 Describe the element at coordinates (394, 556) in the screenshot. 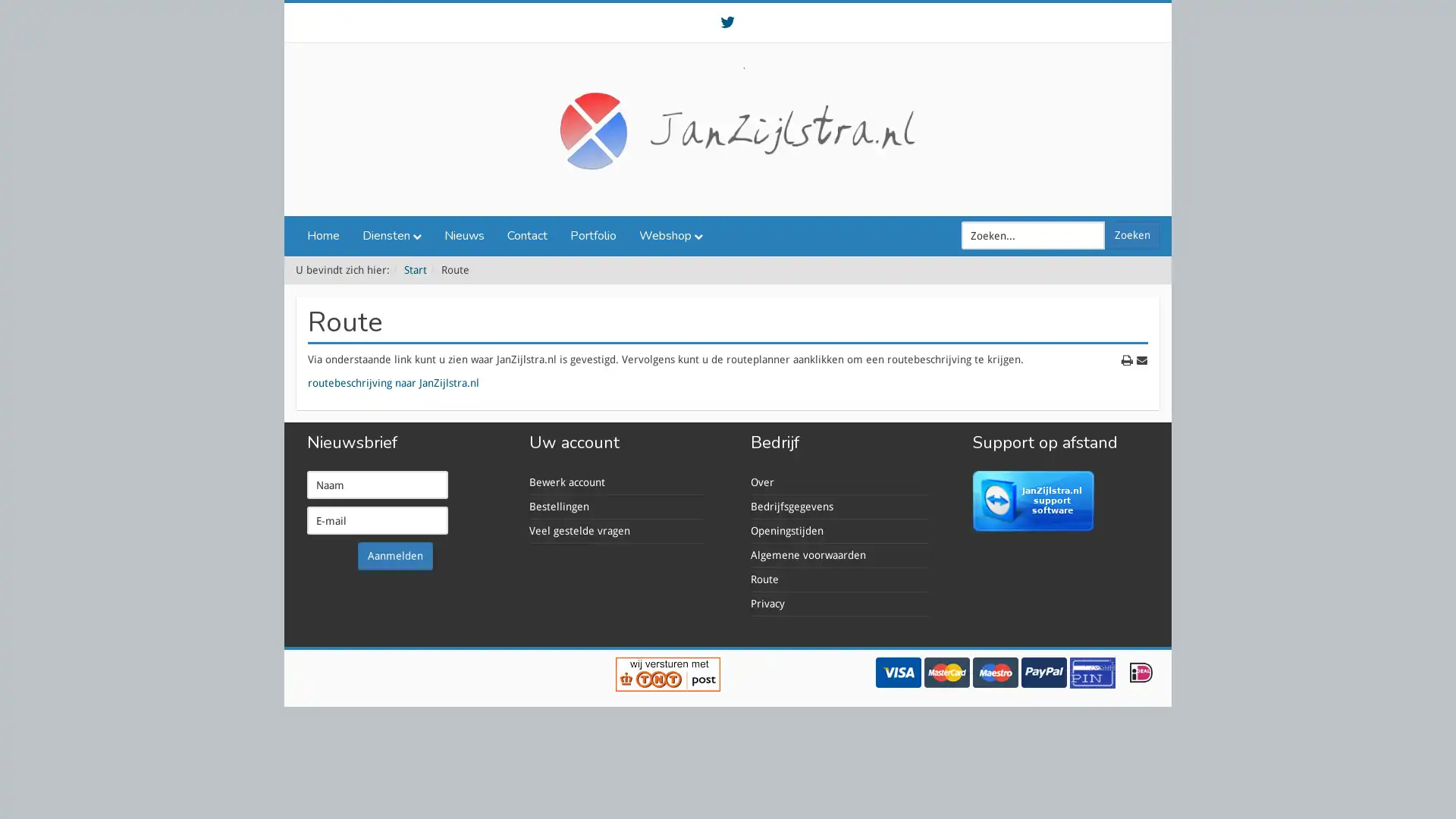

I see `Aanmelden` at that location.